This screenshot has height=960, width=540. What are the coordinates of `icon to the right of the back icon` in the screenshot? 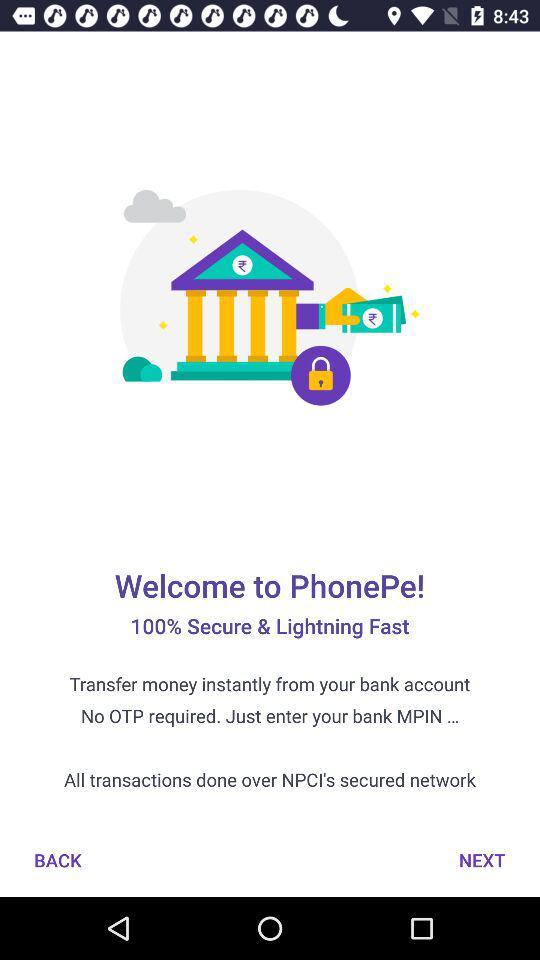 It's located at (481, 859).